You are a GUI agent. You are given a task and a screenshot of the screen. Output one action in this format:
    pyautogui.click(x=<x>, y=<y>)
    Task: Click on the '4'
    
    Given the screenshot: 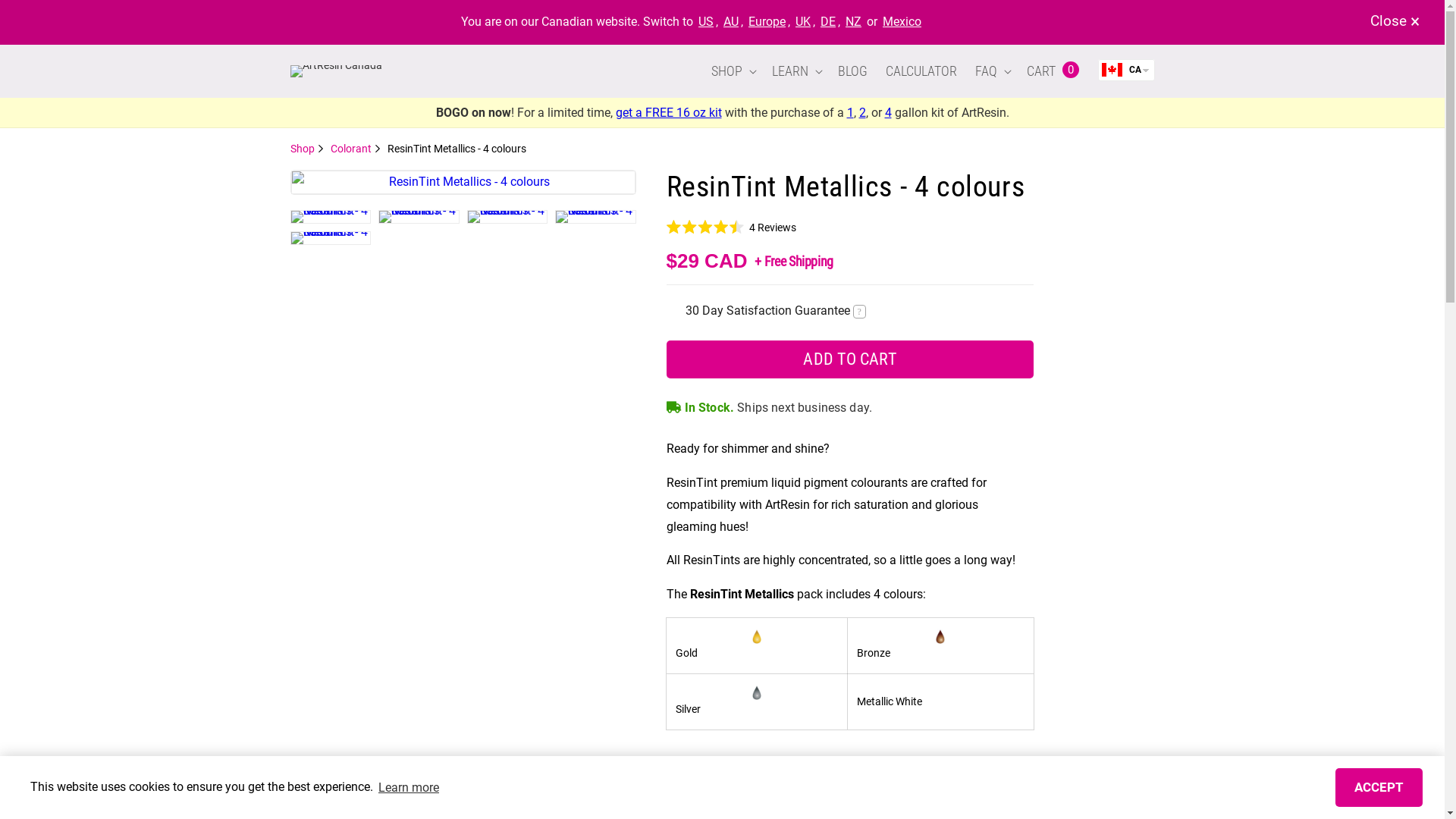 What is the action you would take?
    pyautogui.click(x=887, y=111)
    